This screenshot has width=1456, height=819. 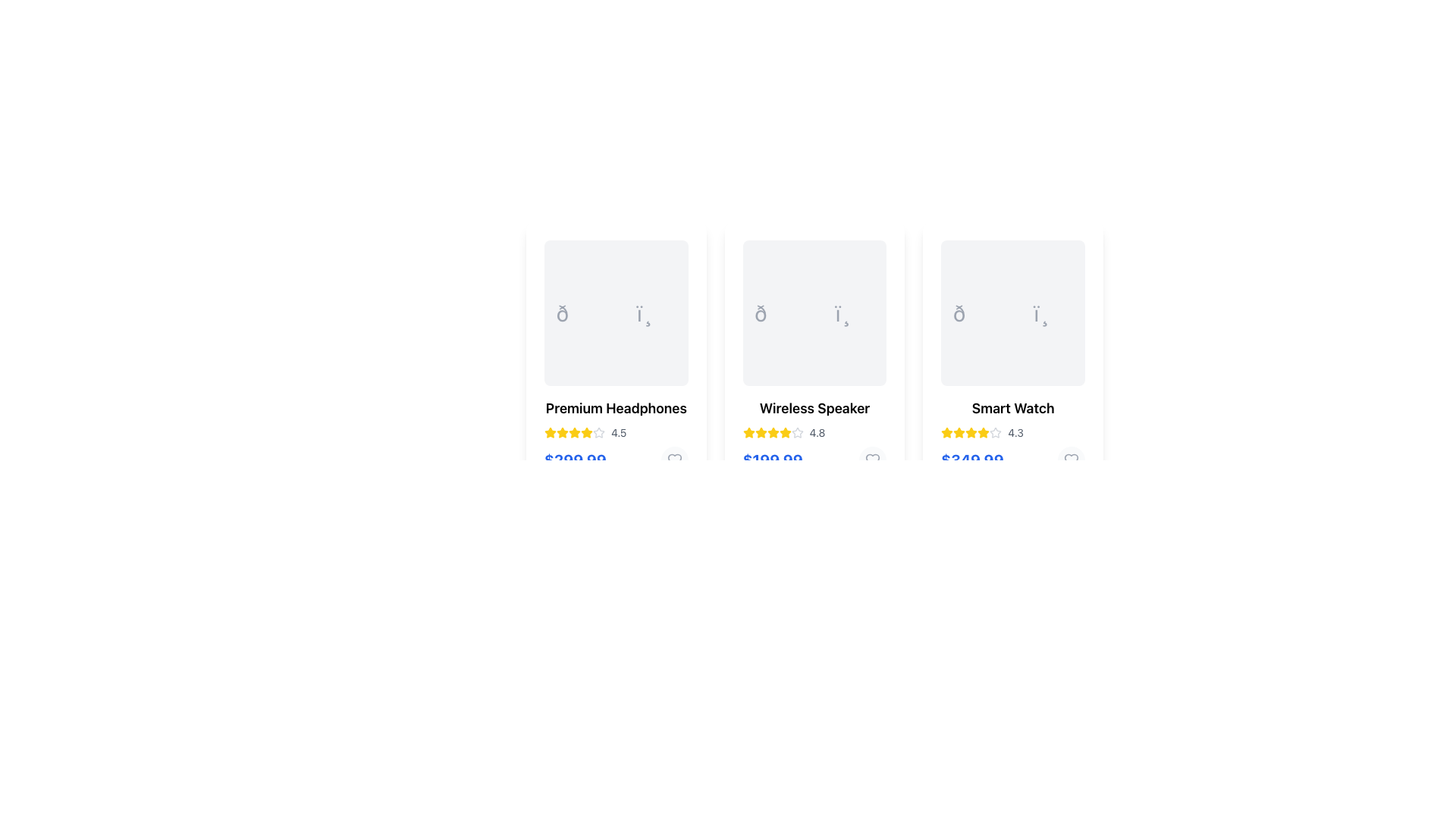 What do you see at coordinates (971, 432) in the screenshot?
I see `the third star icon in the horizontal sequence of rating stars above the product rating value, which serves as a visual indicator for the product's rating status` at bounding box center [971, 432].